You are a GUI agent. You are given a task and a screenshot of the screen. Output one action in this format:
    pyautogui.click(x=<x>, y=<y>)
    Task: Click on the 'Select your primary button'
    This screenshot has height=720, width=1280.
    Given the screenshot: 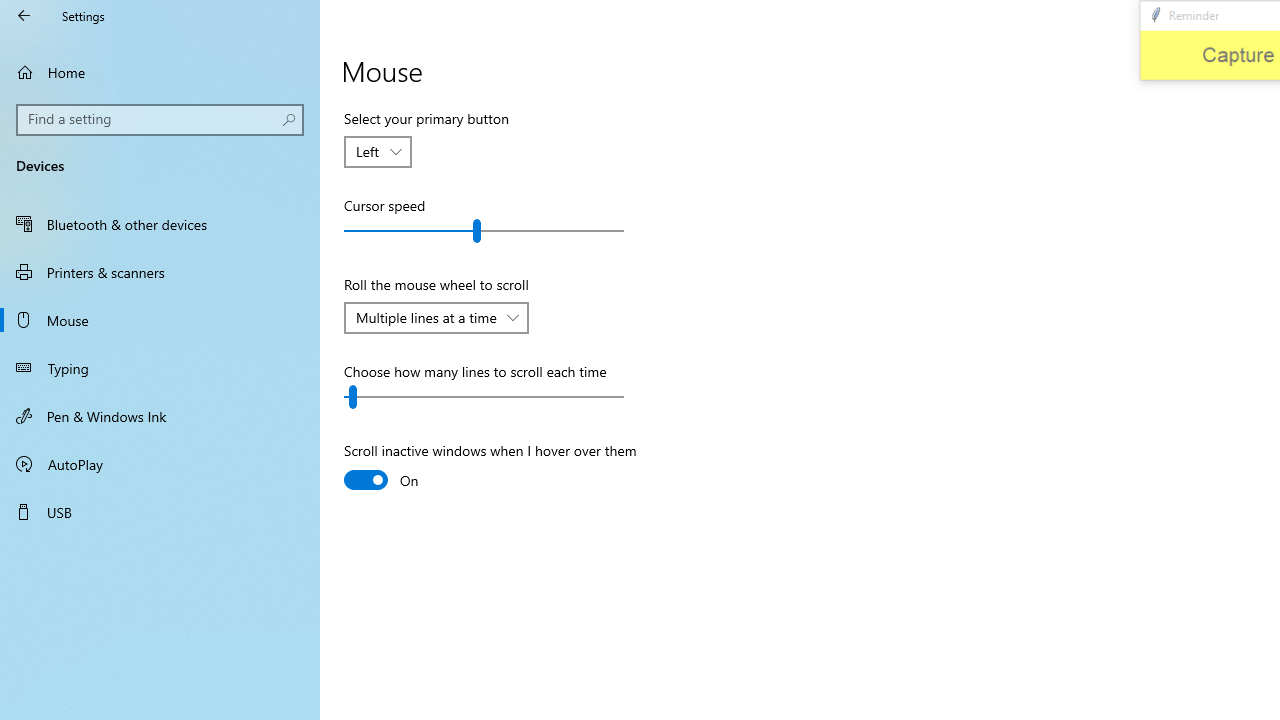 What is the action you would take?
    pyautogui.click(x=378, y=150)
    